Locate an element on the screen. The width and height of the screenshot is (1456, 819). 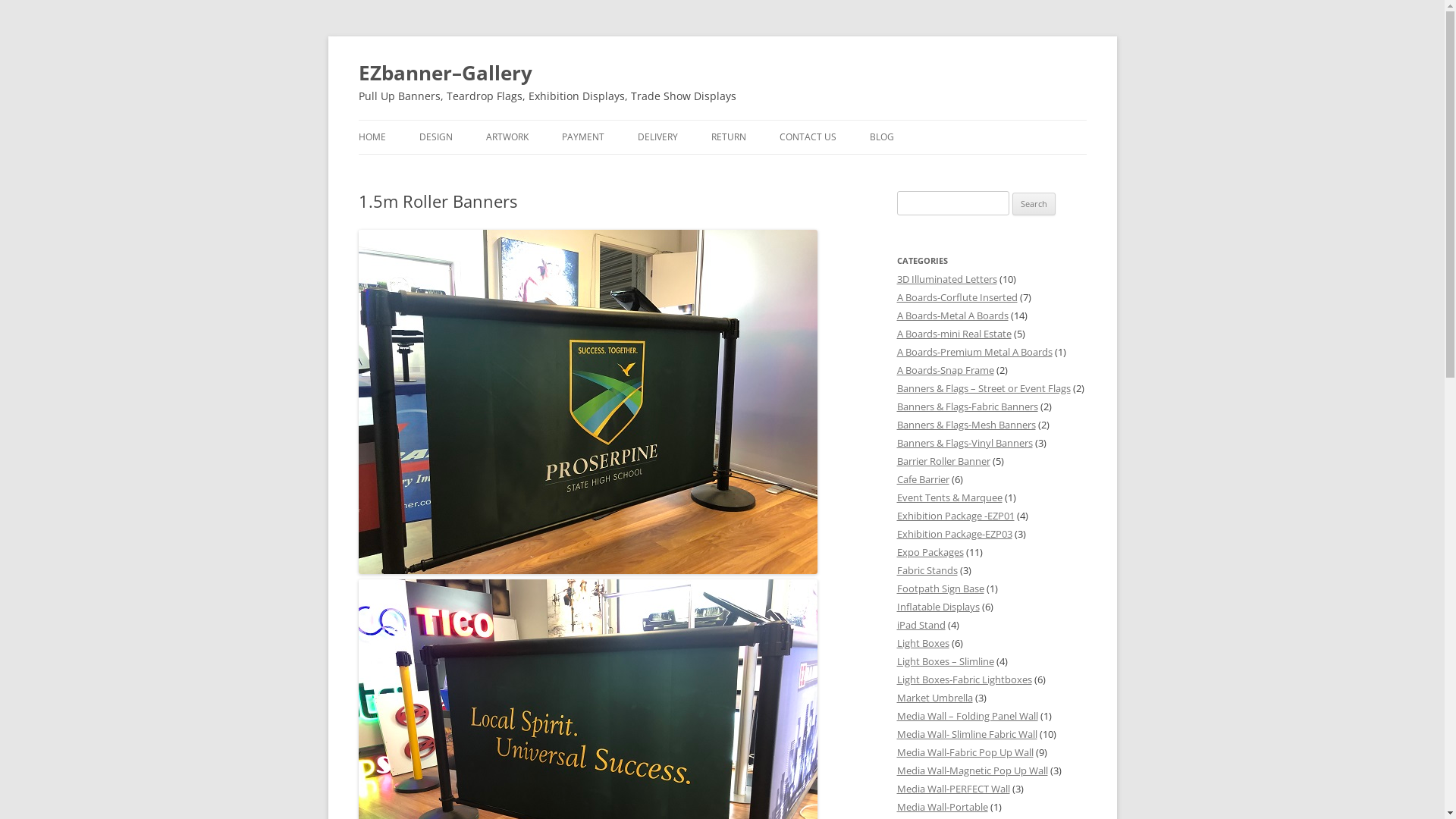
'3D Illuminated Letters' is located at coordinates (946, 278).